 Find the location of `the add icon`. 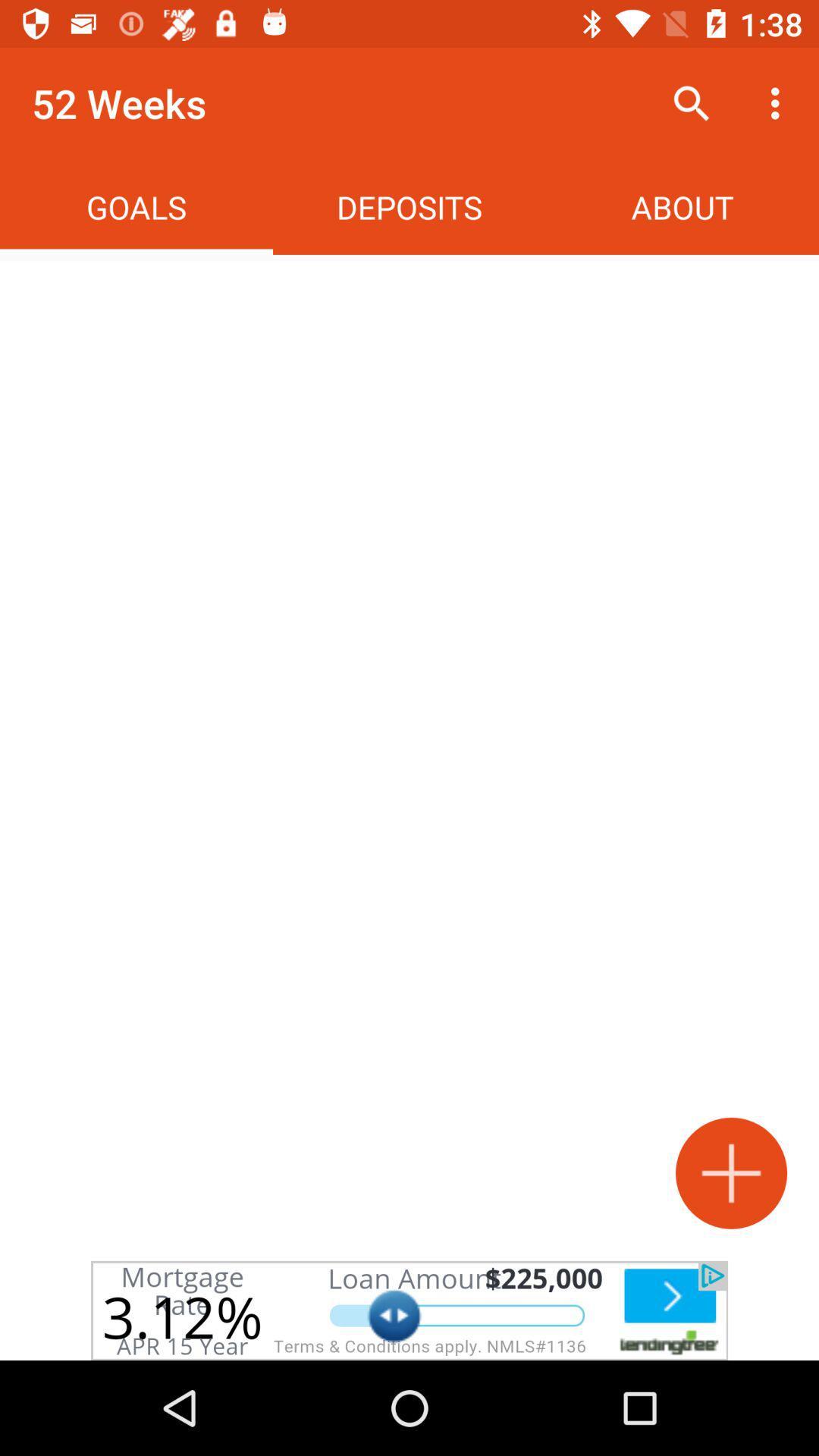

the add icon is located at coordinates (730, 1172).